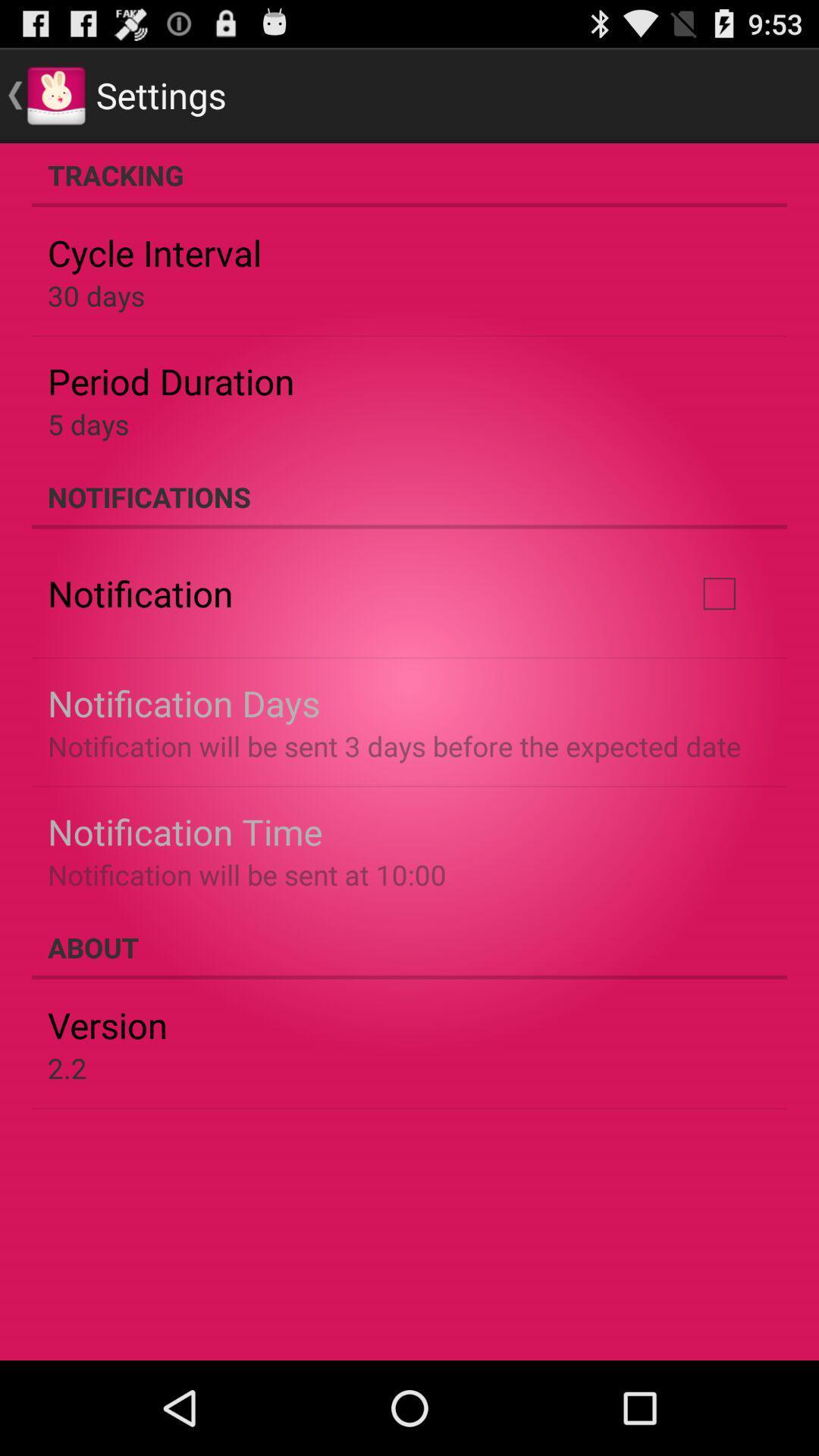  Describe the element at coordinates (155, 253) in the screenshot. I see `icon above 30 days app` at that location.